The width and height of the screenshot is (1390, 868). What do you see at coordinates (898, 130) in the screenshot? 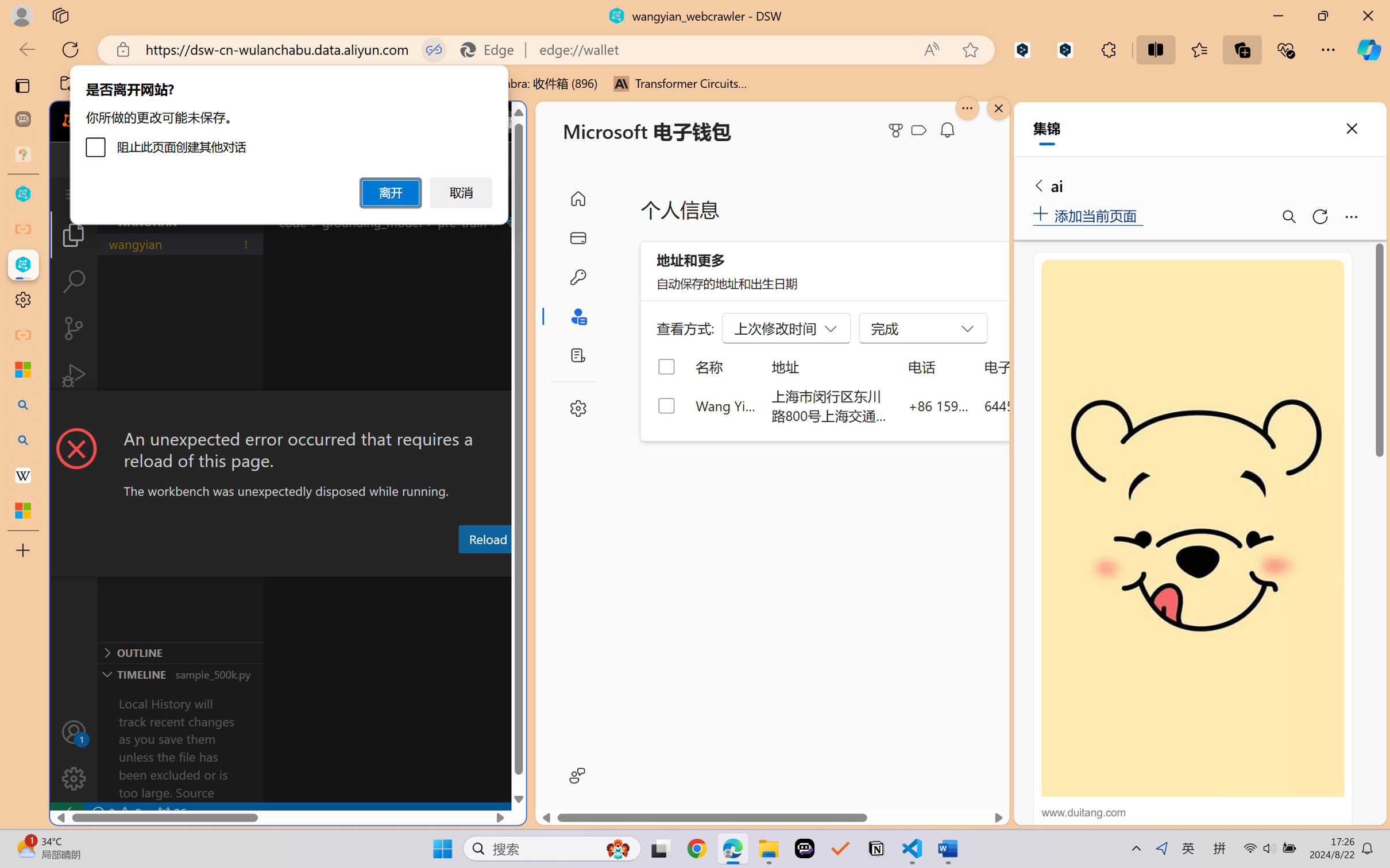
I see `'Microsoft Rewards'` at bounding box center [898, 130].